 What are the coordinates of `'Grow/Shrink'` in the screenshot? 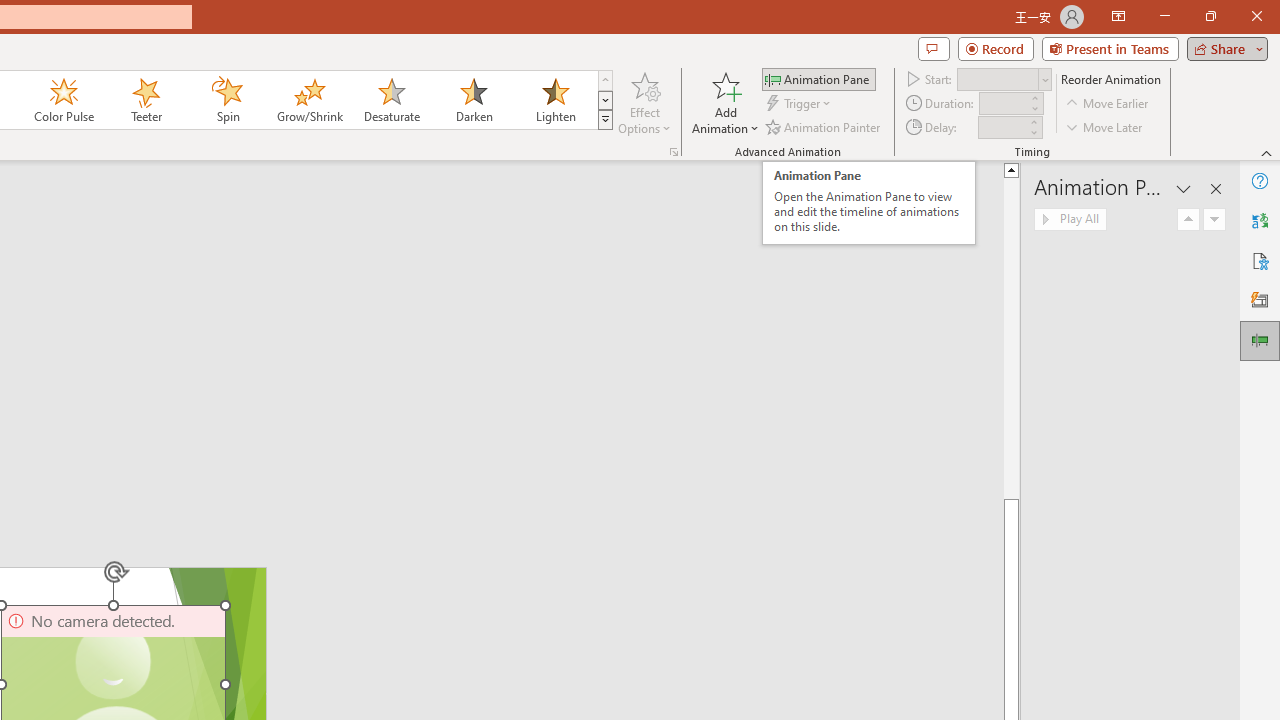 It's located at (308, 100).